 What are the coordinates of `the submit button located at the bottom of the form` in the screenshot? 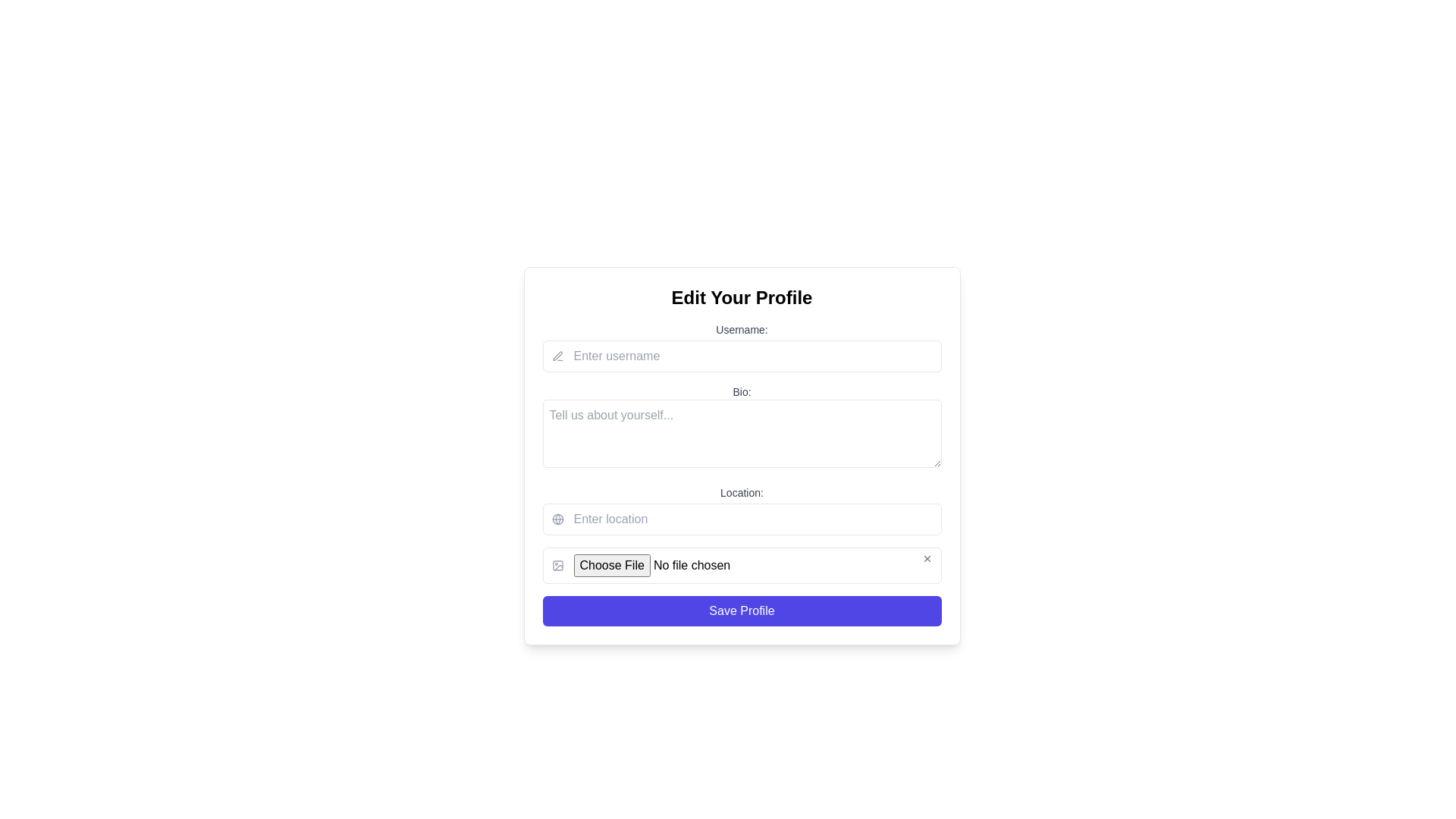 It's located at (742, 610).